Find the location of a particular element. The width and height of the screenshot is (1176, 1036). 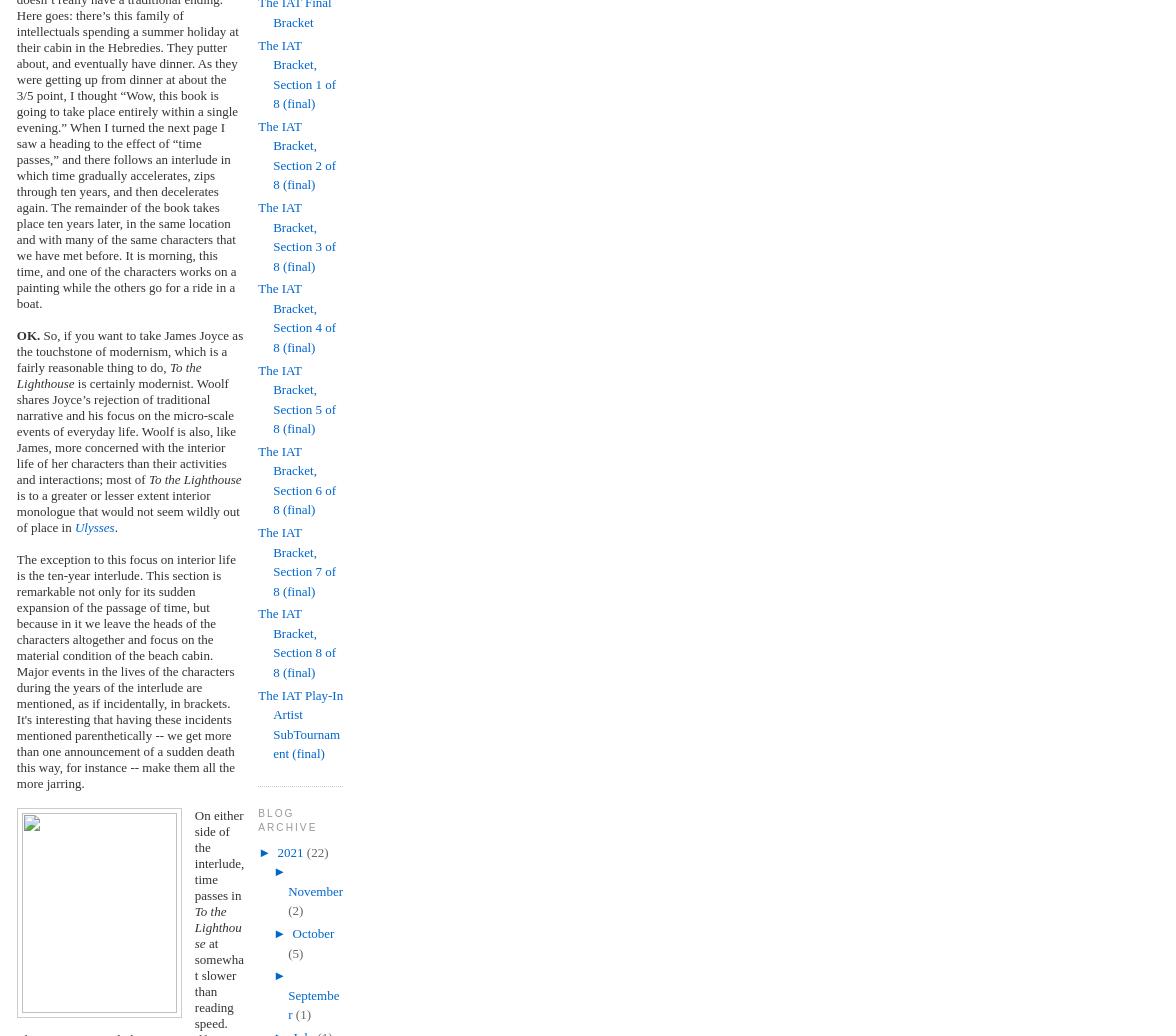

'(5)' is located at coordinates (294, 952).